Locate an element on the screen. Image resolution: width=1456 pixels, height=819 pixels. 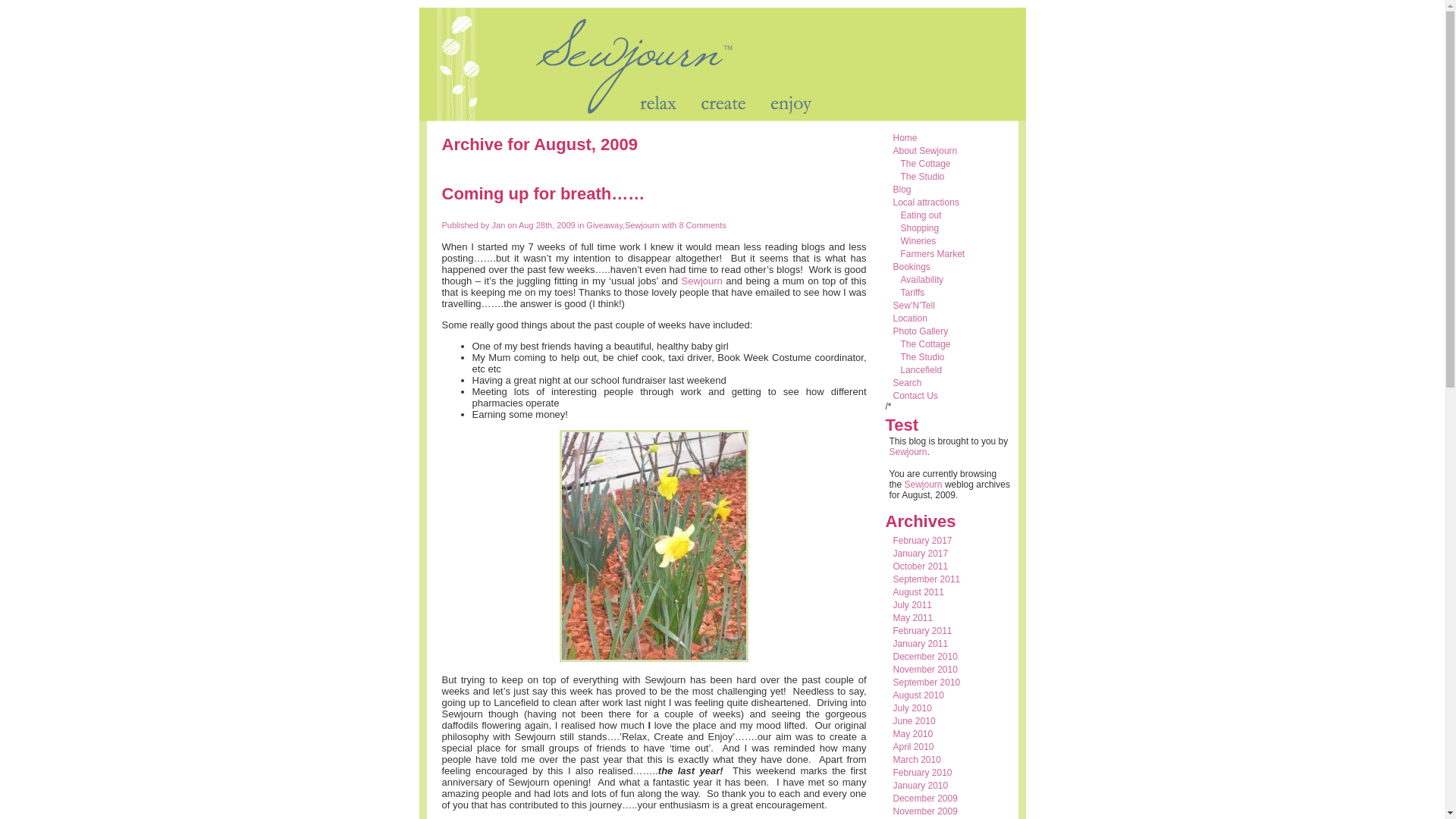
'November 2010' is located at coordinates (893, 669).